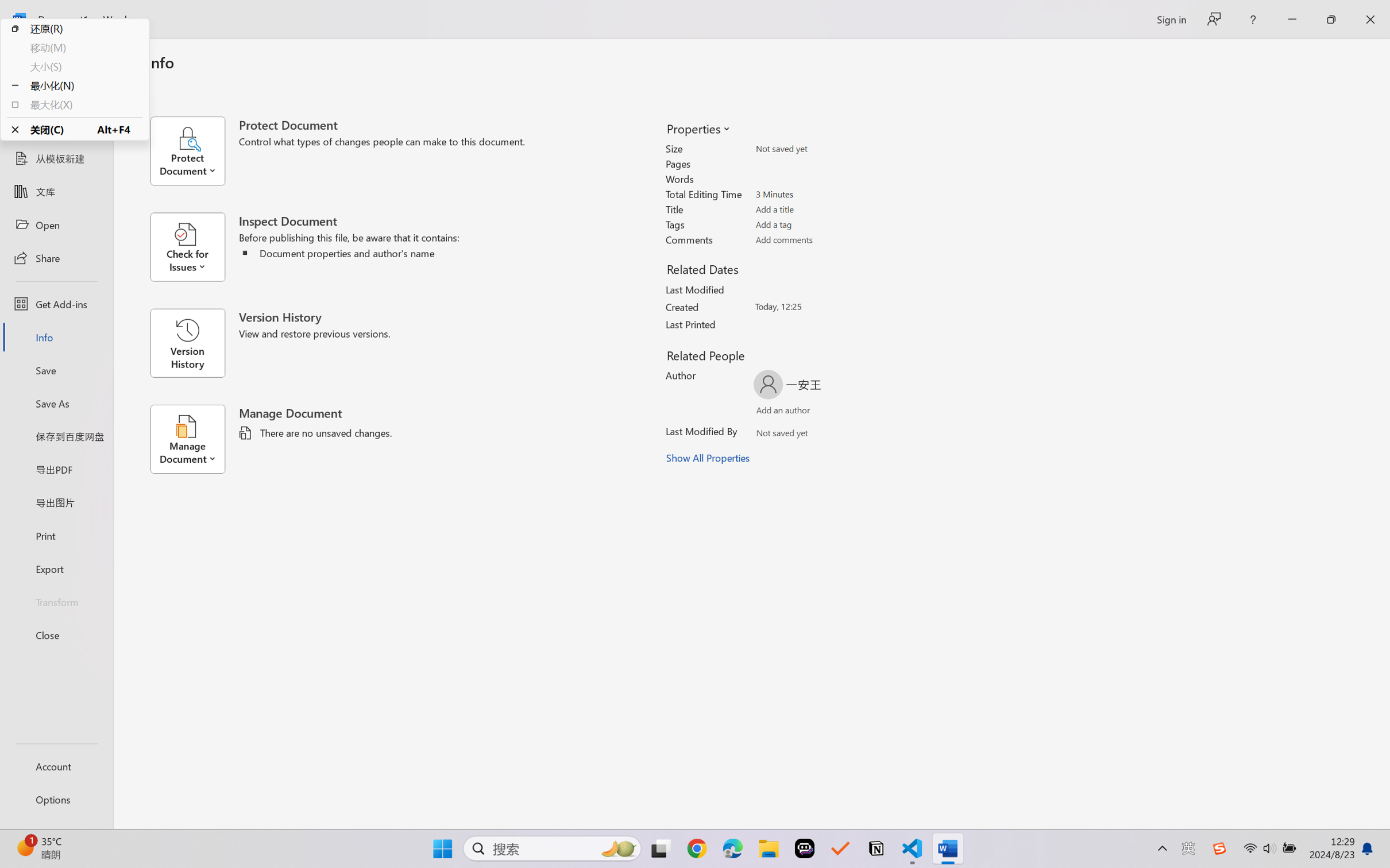 This screenshot has width=1390, height=868. What do you see at coordinates (697, 128) in the screenshot?
I see `'Properties'` at bounding box center [697, 128].